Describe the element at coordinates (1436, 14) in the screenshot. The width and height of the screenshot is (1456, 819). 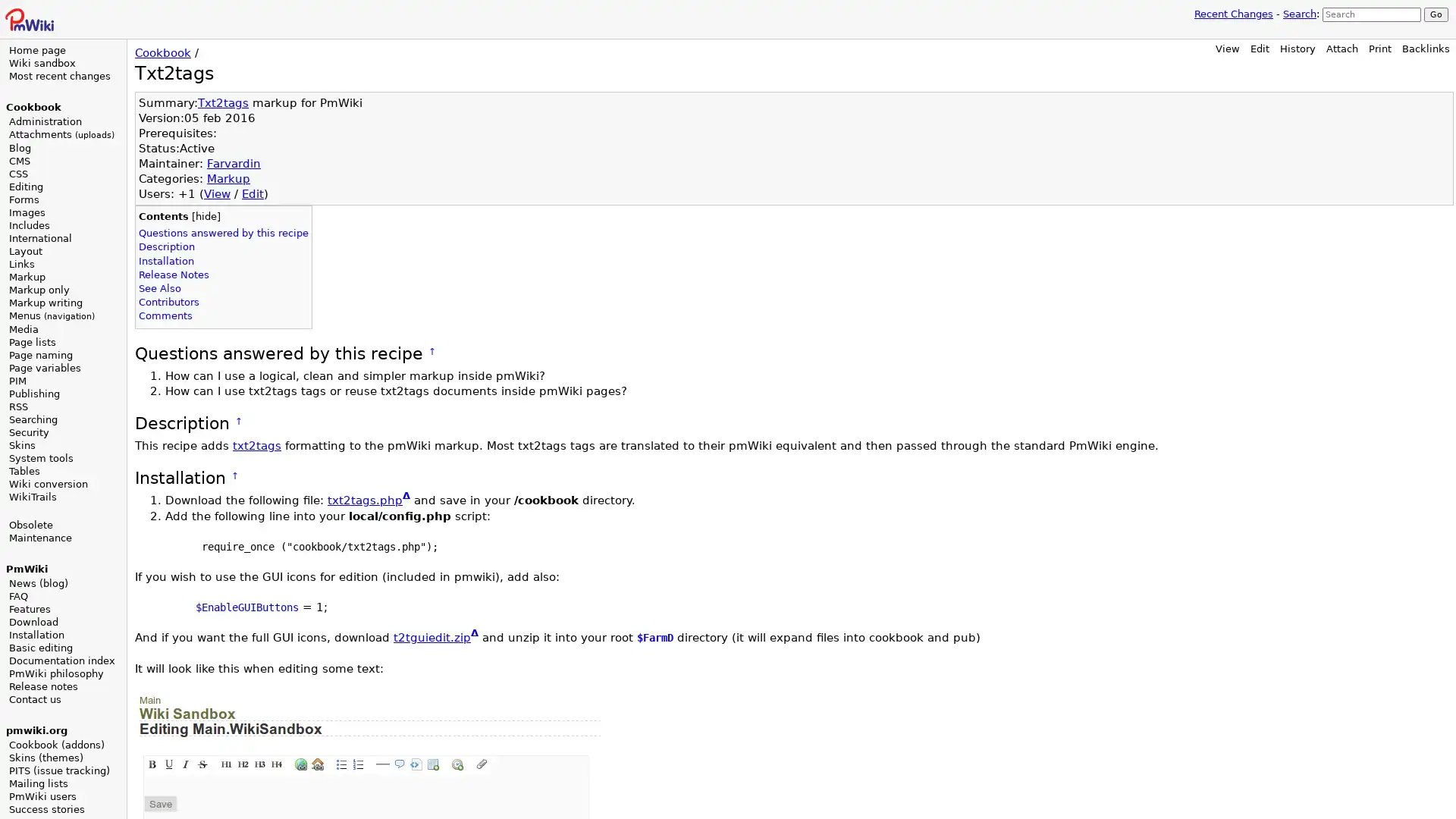
I see `Go` at that location.